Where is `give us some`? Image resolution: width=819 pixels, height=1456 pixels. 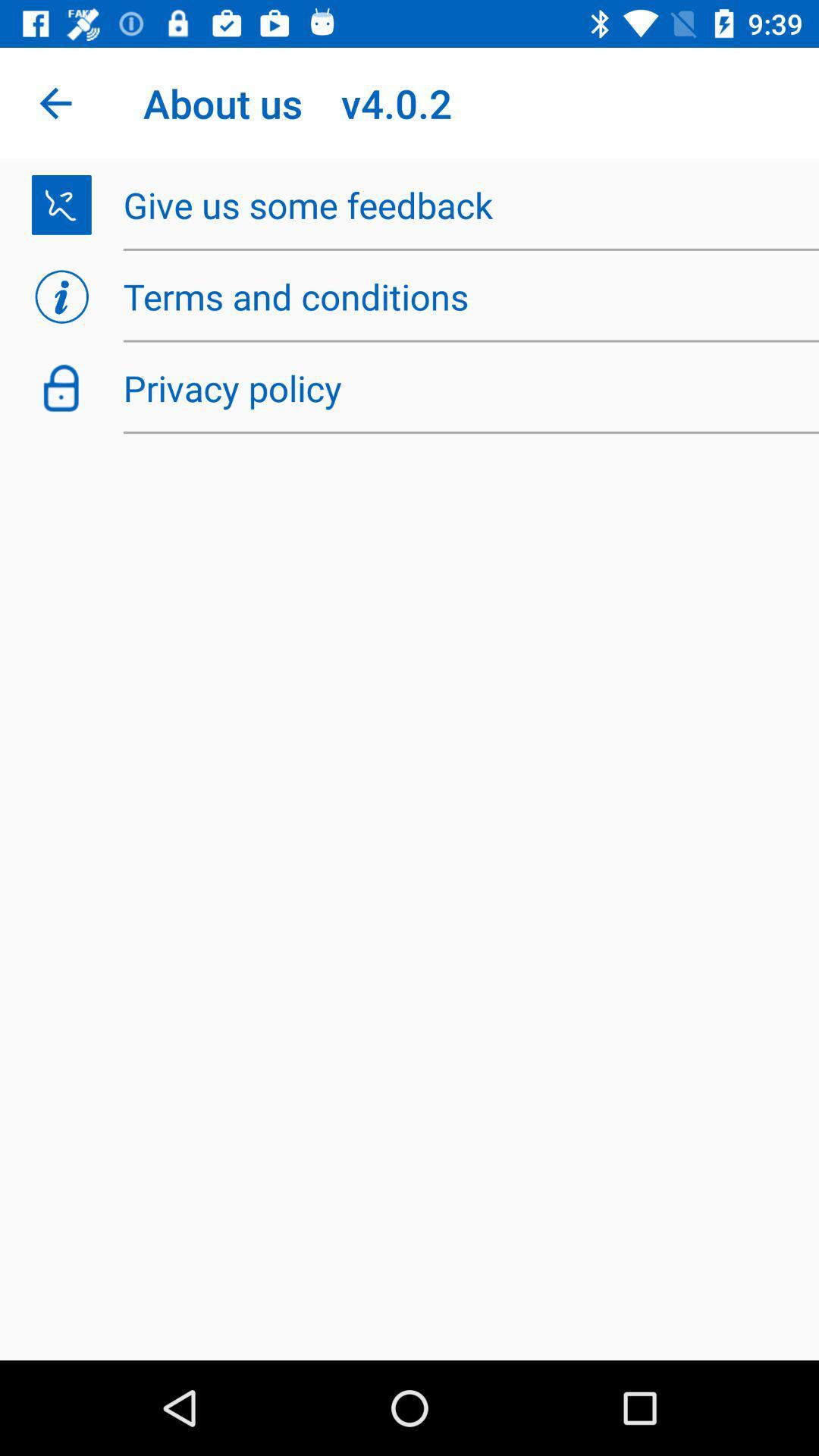 give us some is located at coordinates (462, 204).